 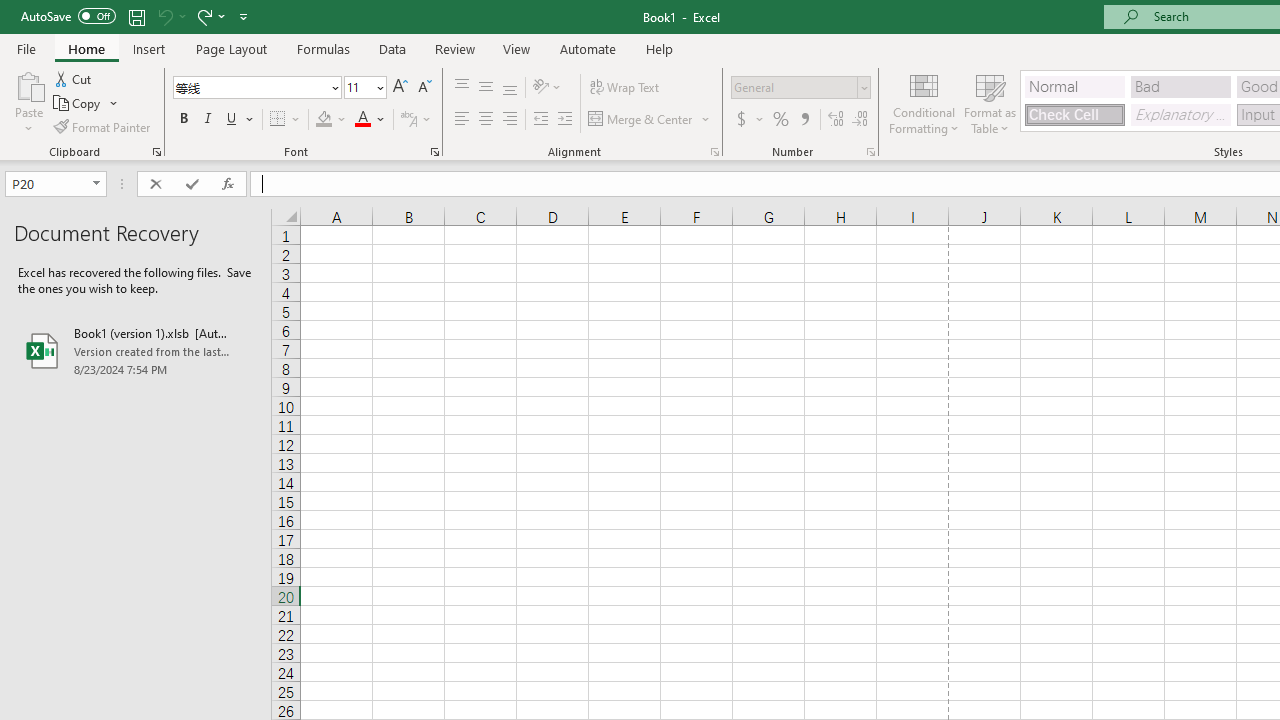 I want to click on 'Align Left', so click(x=461, y=119).